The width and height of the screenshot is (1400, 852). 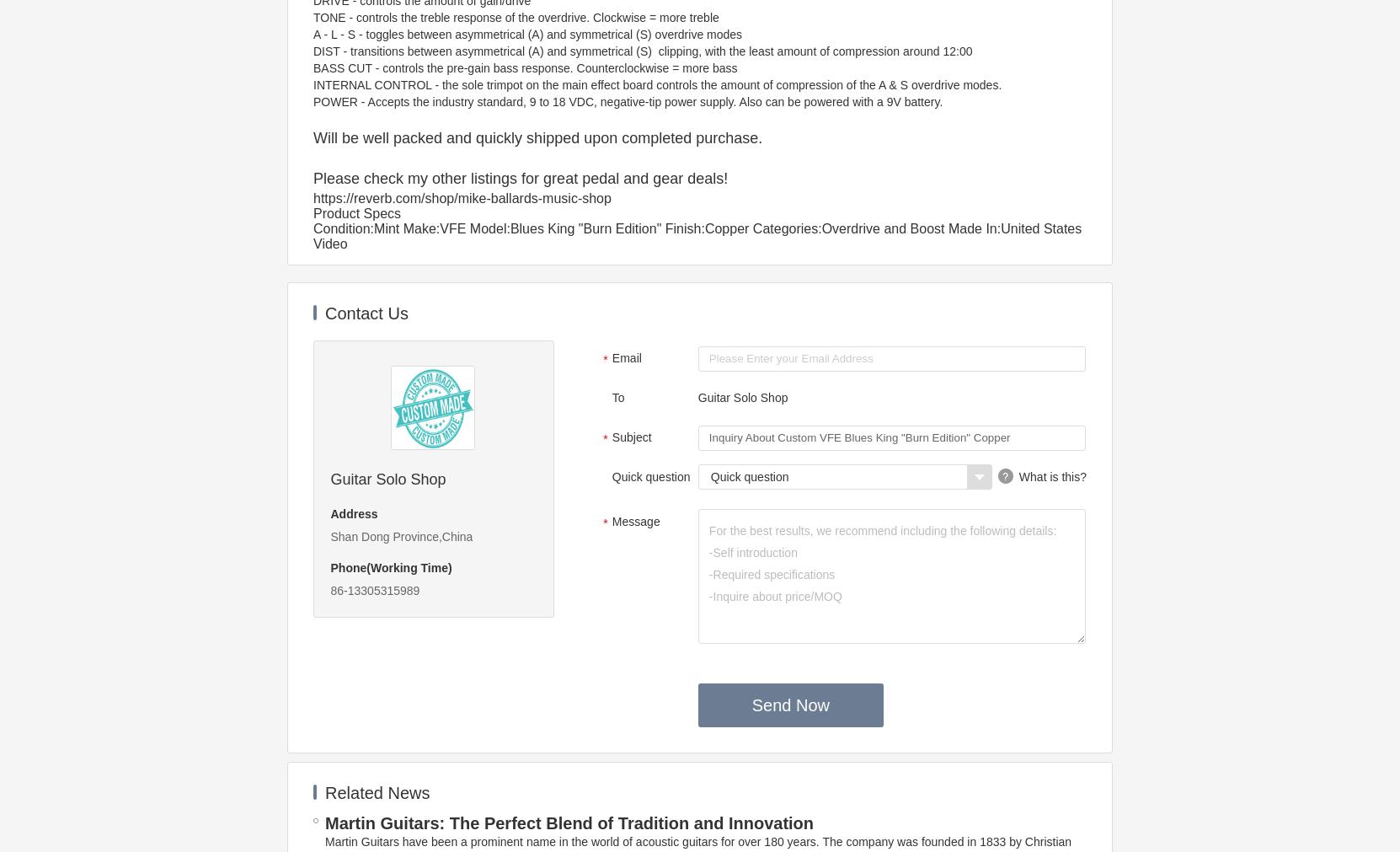 I want to click on 'INTERNAL CONTROL - the sole trimpot on the main effect board controls the amount of compression of the A & S overdrive modes.', so click(x=659, y=83).